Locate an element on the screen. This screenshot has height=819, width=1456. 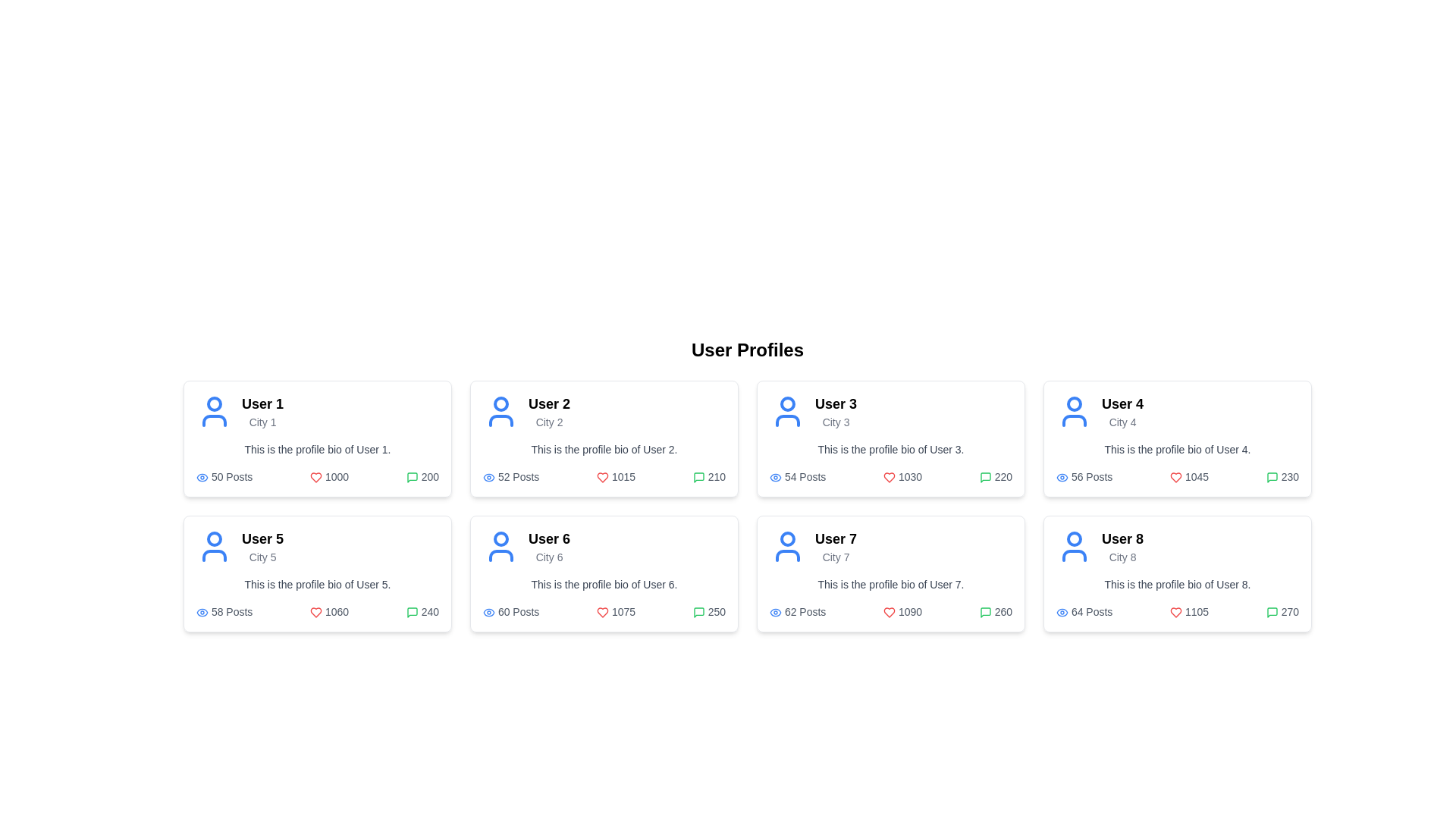
the green speech bubble icon located at the bottom-right side of User 6's profile card is located at coordinates (412, 612).